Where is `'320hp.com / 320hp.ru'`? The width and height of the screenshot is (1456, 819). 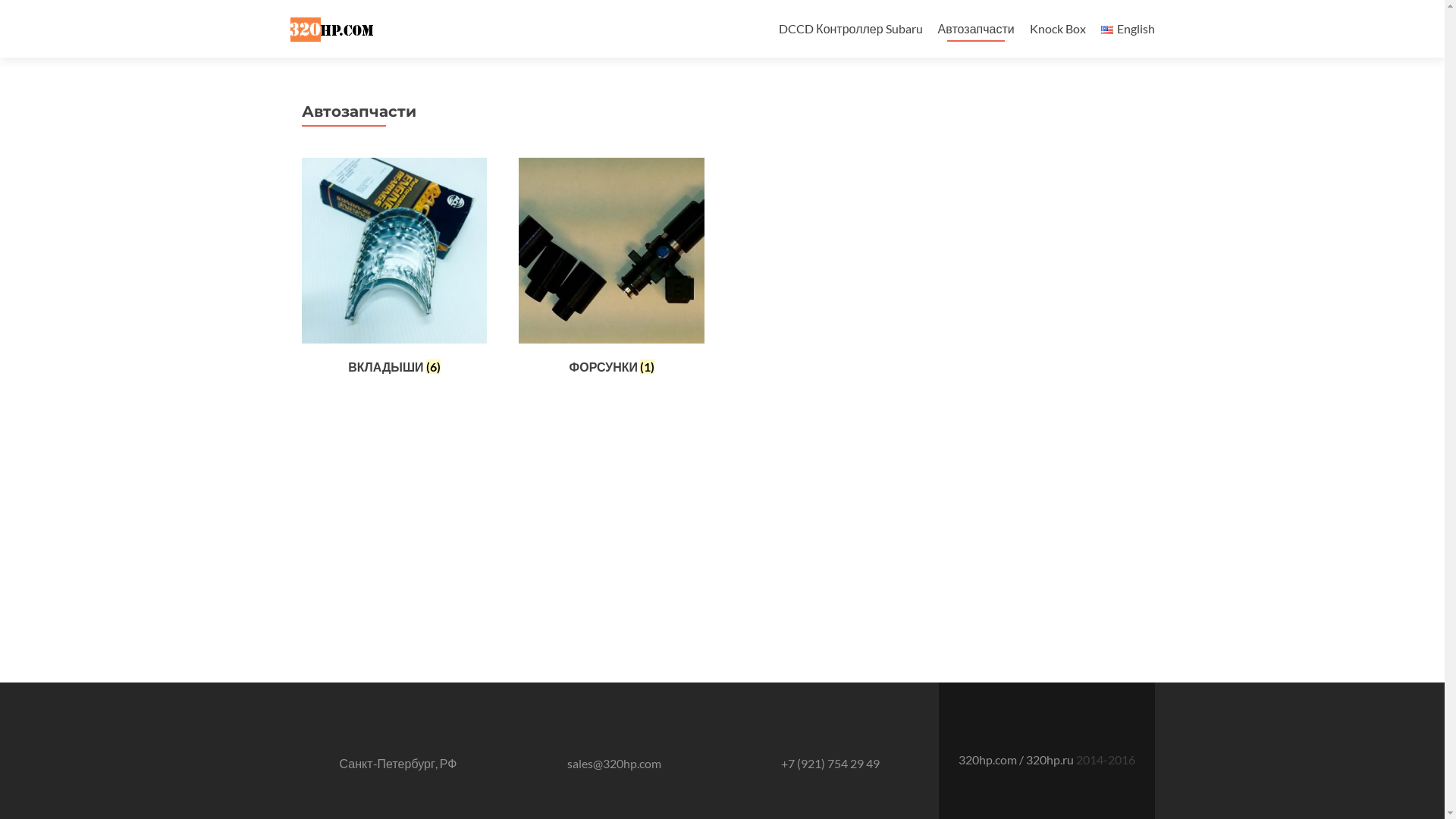 '320hp.com / 320hp.ru' is located at coordinates (957, 759).